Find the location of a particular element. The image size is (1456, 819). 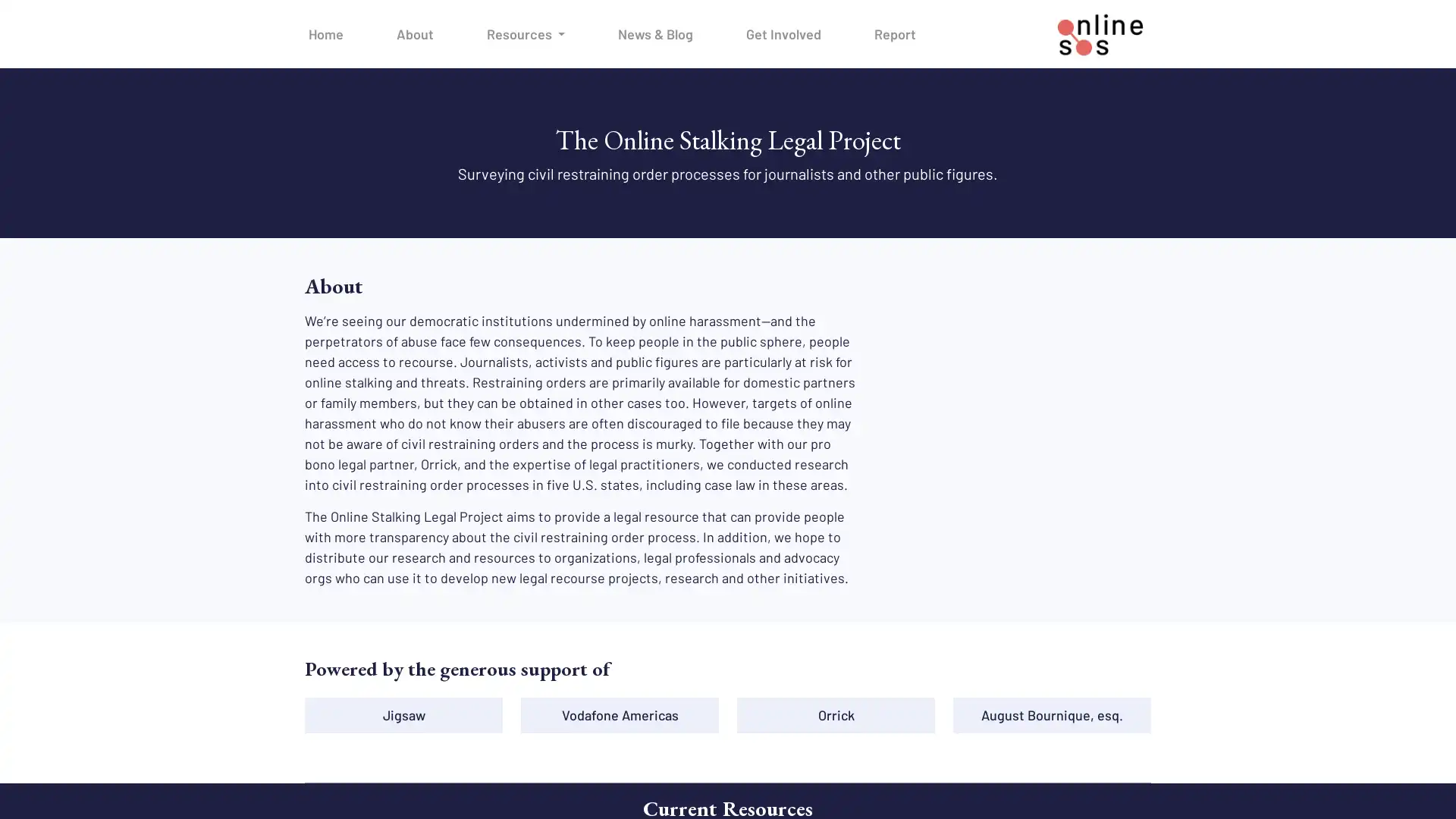

Resources is located at coordinates (525, 33).